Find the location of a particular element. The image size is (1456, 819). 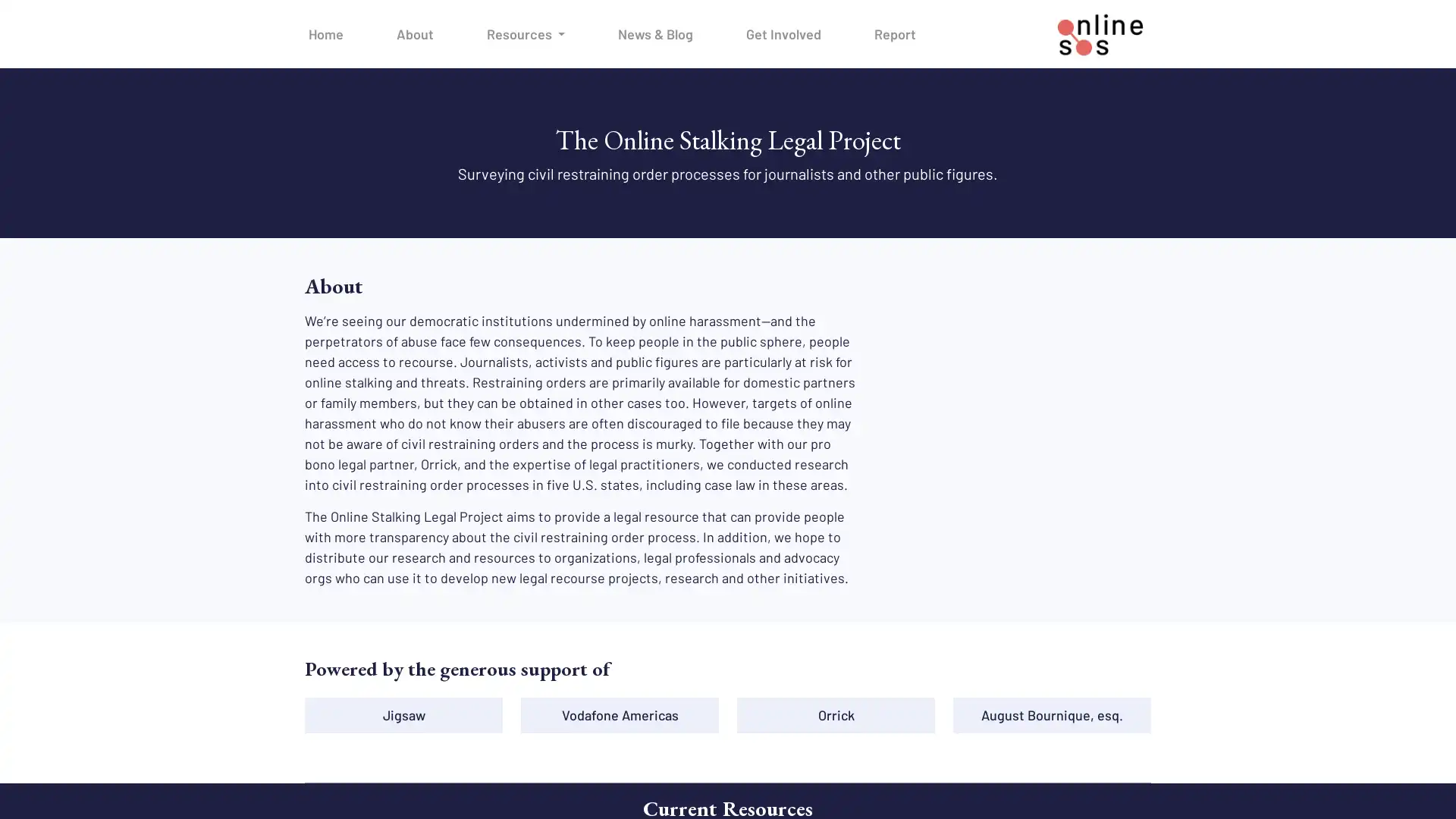

Resources is located at coordinates (525, 33).